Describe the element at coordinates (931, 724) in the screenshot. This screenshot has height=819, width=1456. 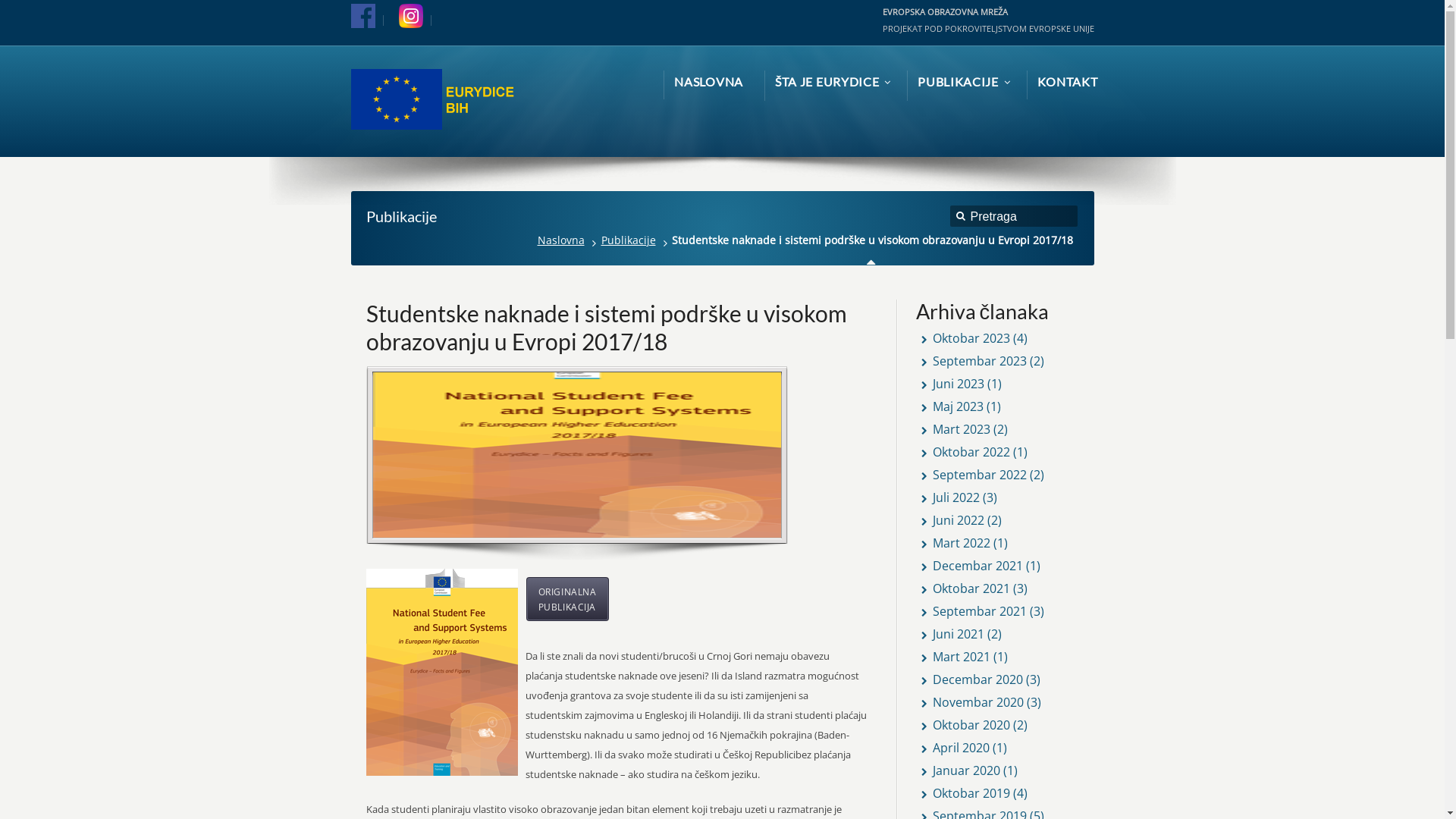
I see `'Oktobar 2020'` at that location.